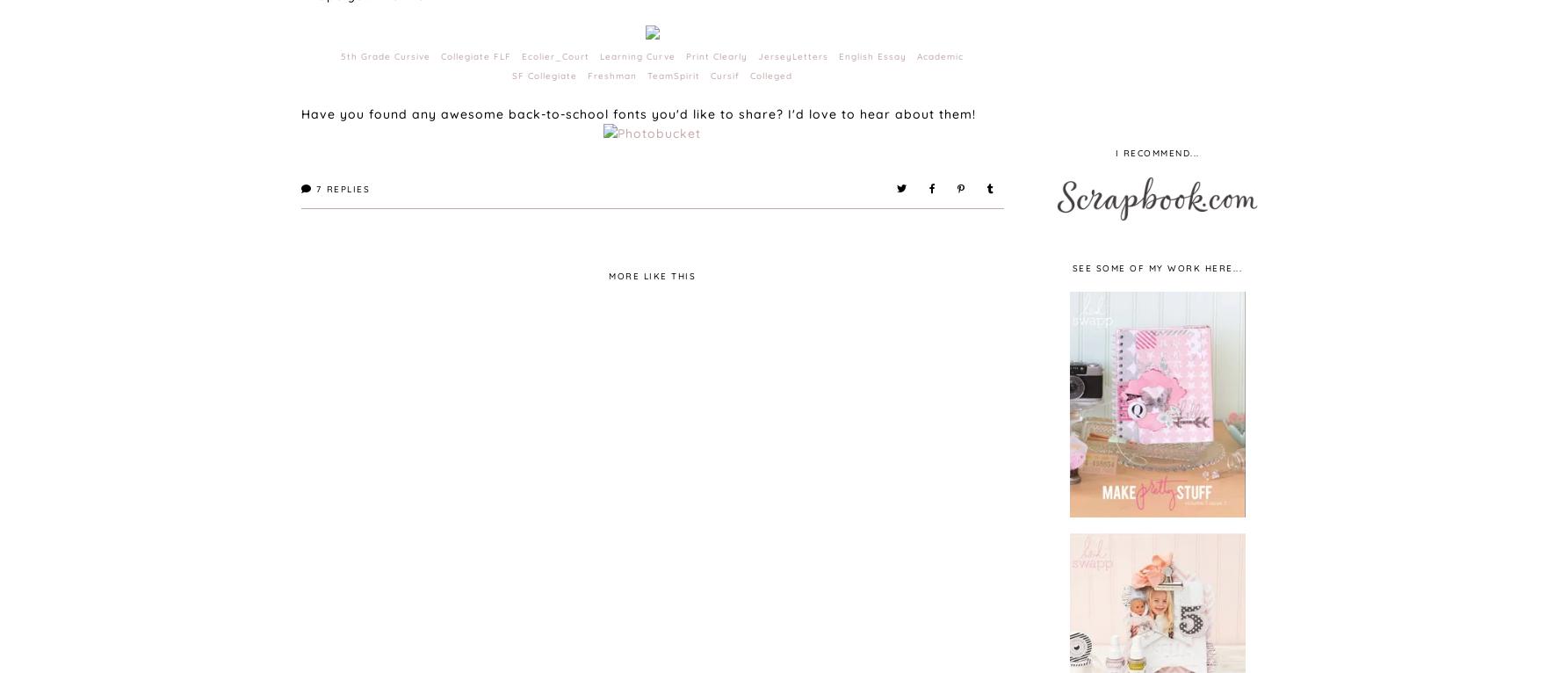 The width and height of the screenshot is (1568, 673). I want to click on 'Cursif', so click(728, 75).